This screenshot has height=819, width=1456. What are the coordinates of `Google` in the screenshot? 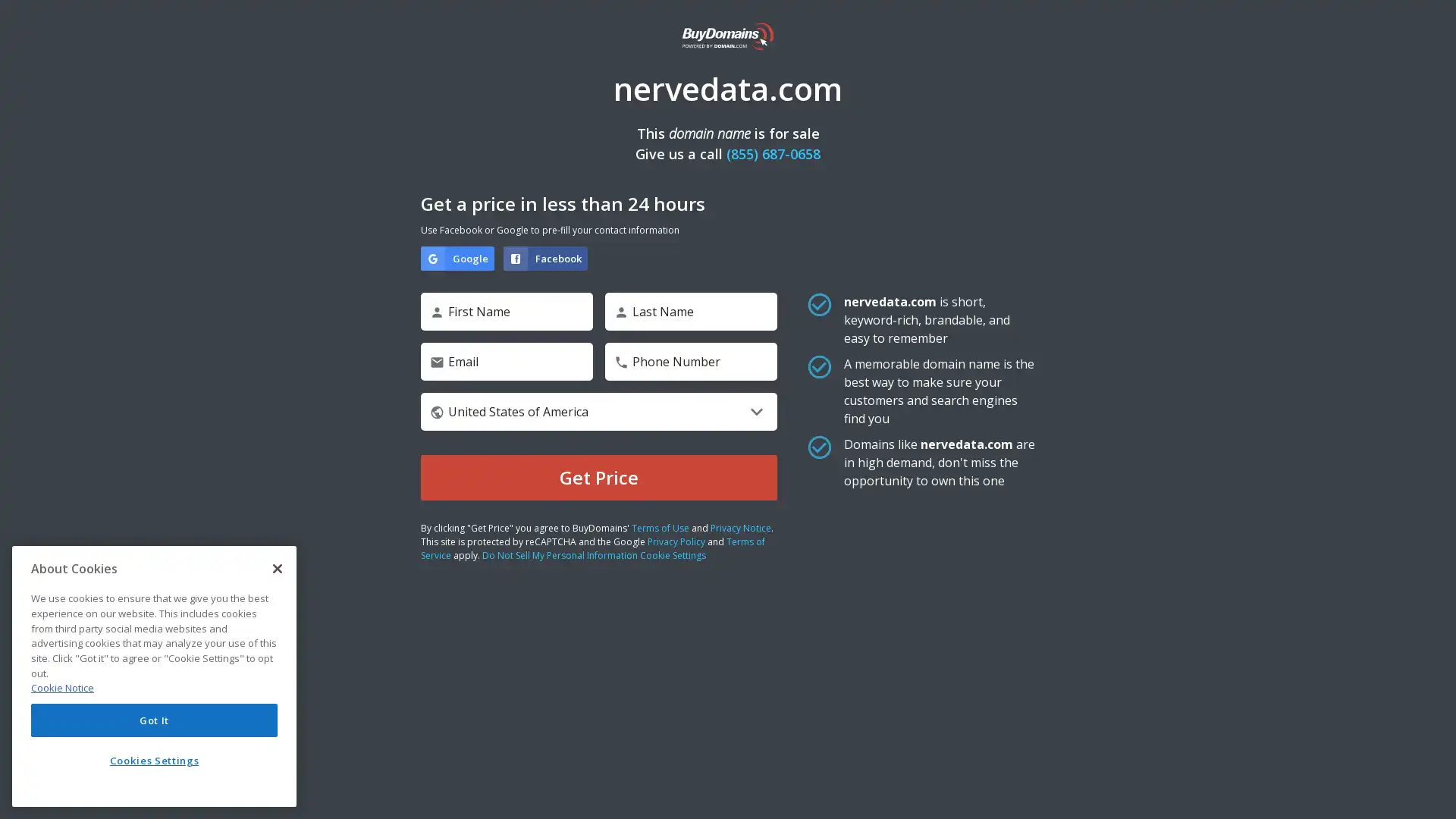 It's located at (457, 257).